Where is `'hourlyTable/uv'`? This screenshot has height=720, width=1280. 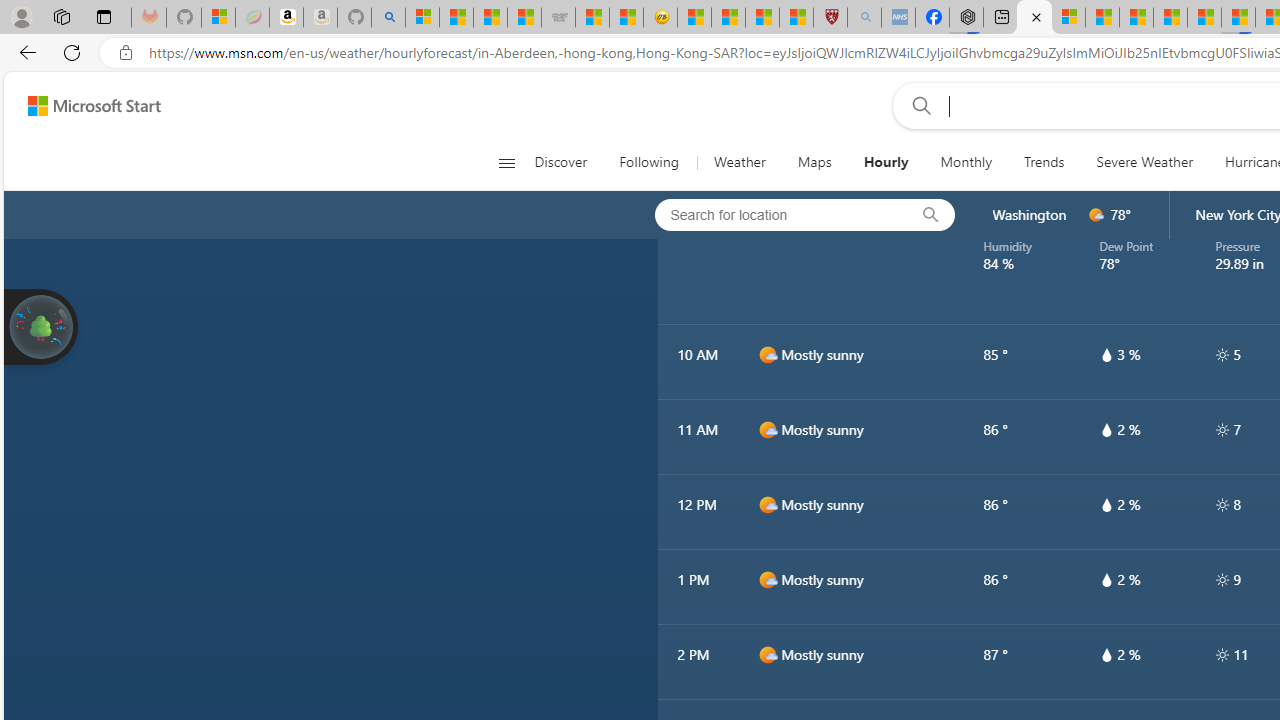 'hourlyTable/uv' is located at coordinates (1221, 654).